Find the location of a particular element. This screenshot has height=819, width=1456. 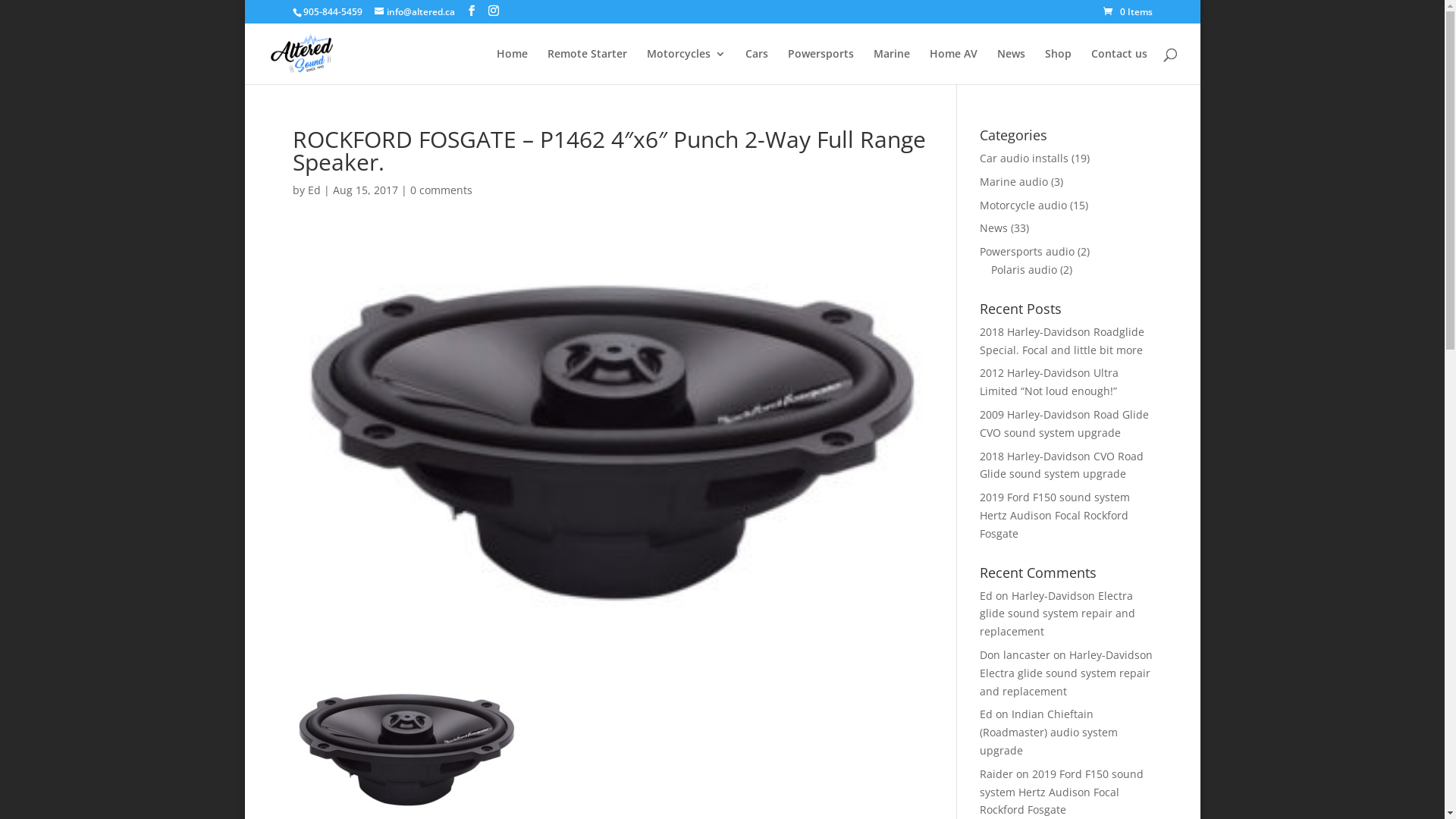

'Powersports' is located at coordinates (819, 65).